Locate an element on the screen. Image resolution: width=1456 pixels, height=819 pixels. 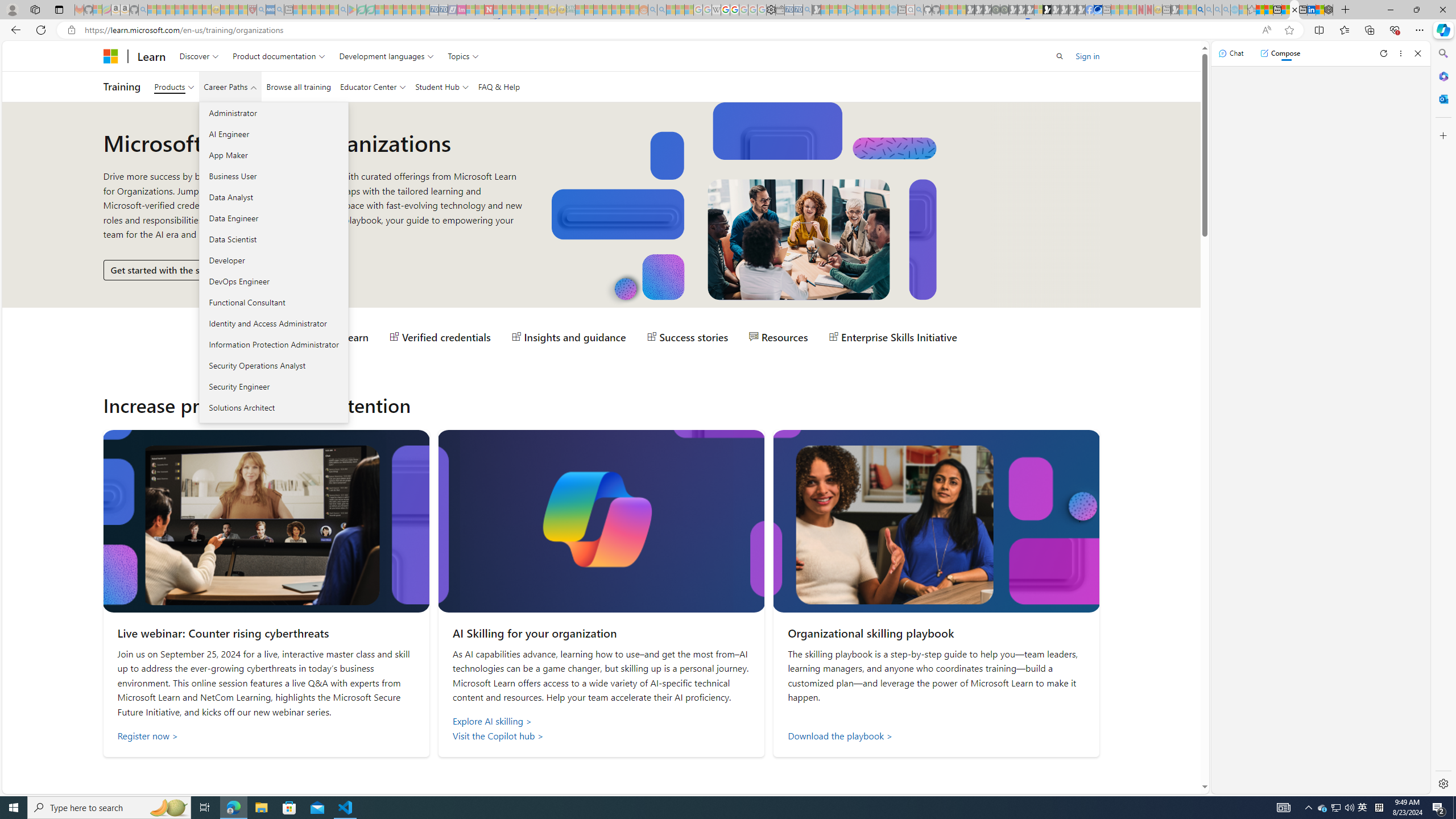
'Solutions Architect' is located at coordinates (274, 407).